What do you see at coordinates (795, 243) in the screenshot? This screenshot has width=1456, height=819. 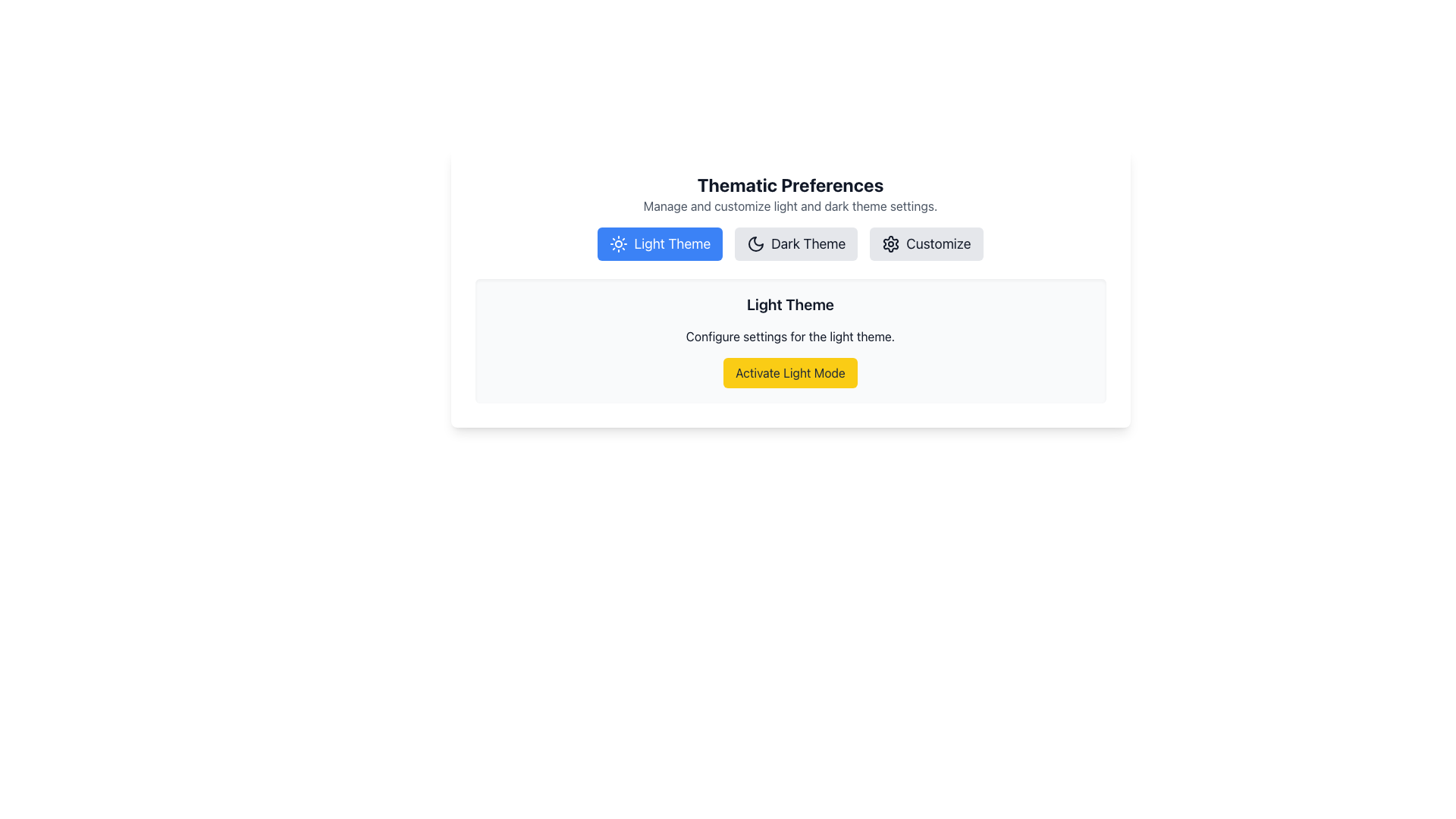 I see `the toggle button for the dark theme setting, located in the center of the three buttons aligned horizontally beneath the title 'Thematic Preferences'` at bounding box center [795, 243].